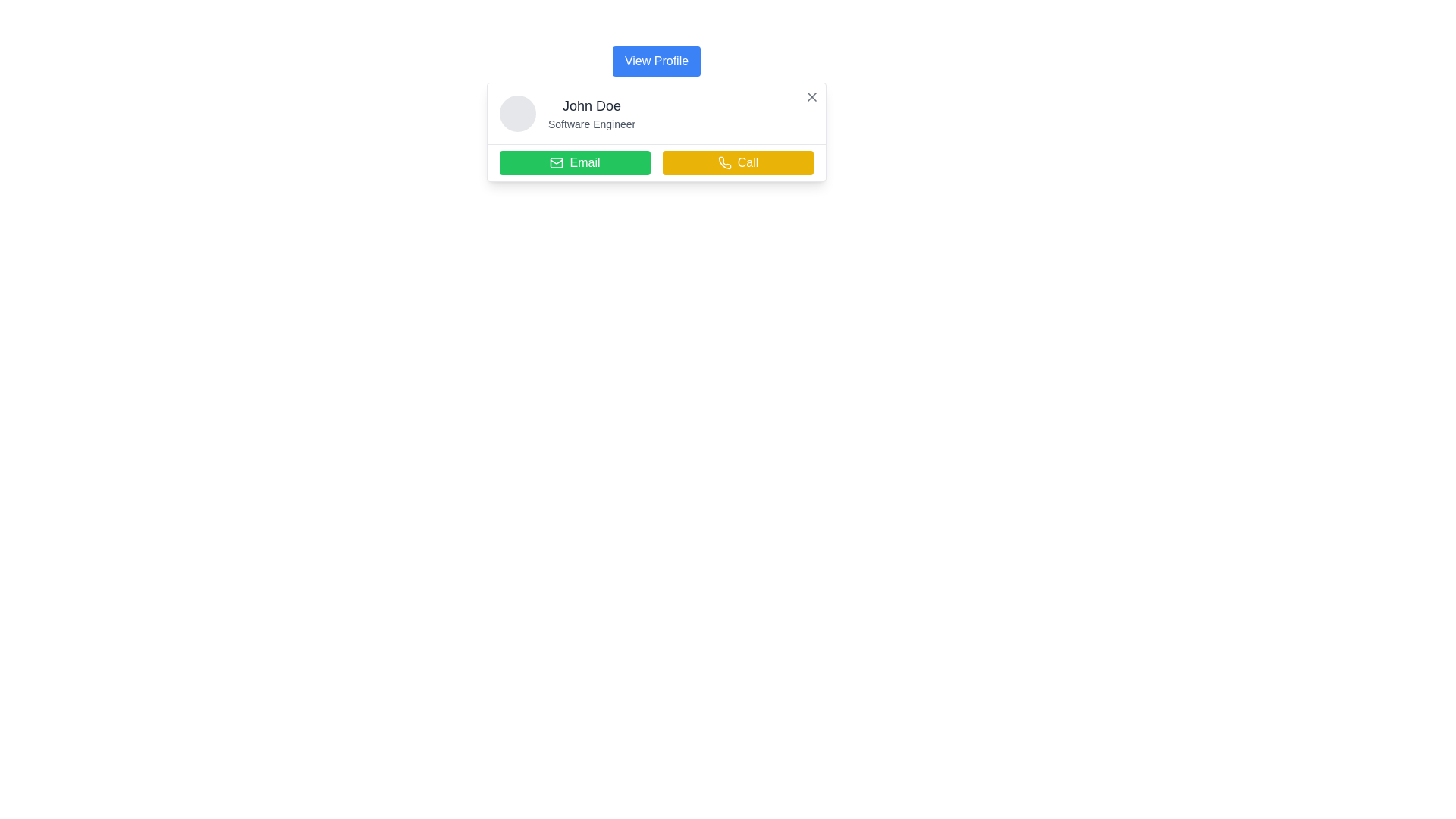  Describe the element at coordinates (723, 162) in the screenshot. I see `the phone icon represented in line art style` at that location.